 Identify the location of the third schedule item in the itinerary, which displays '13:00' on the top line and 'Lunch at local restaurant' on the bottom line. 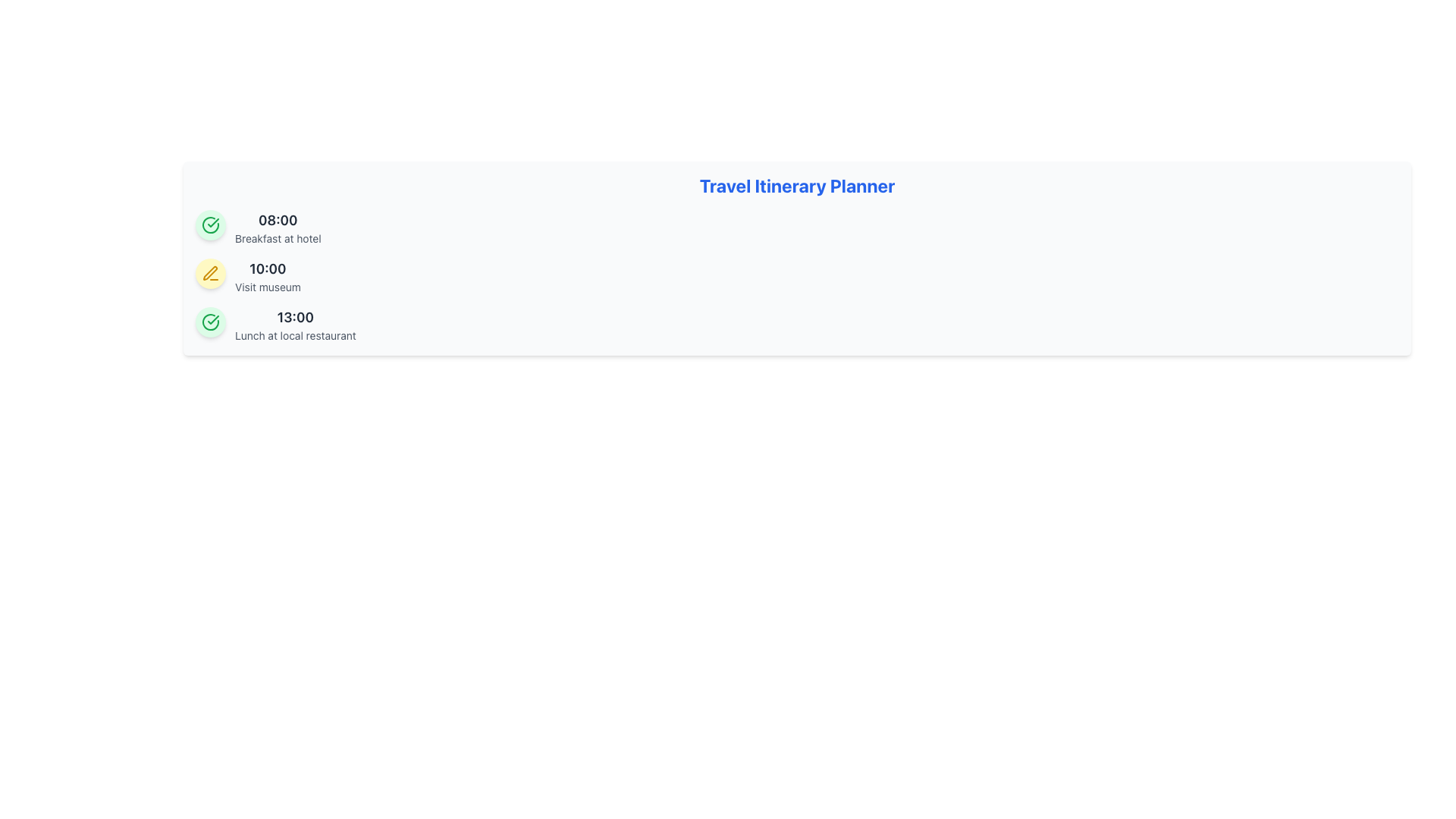
(295, 324).